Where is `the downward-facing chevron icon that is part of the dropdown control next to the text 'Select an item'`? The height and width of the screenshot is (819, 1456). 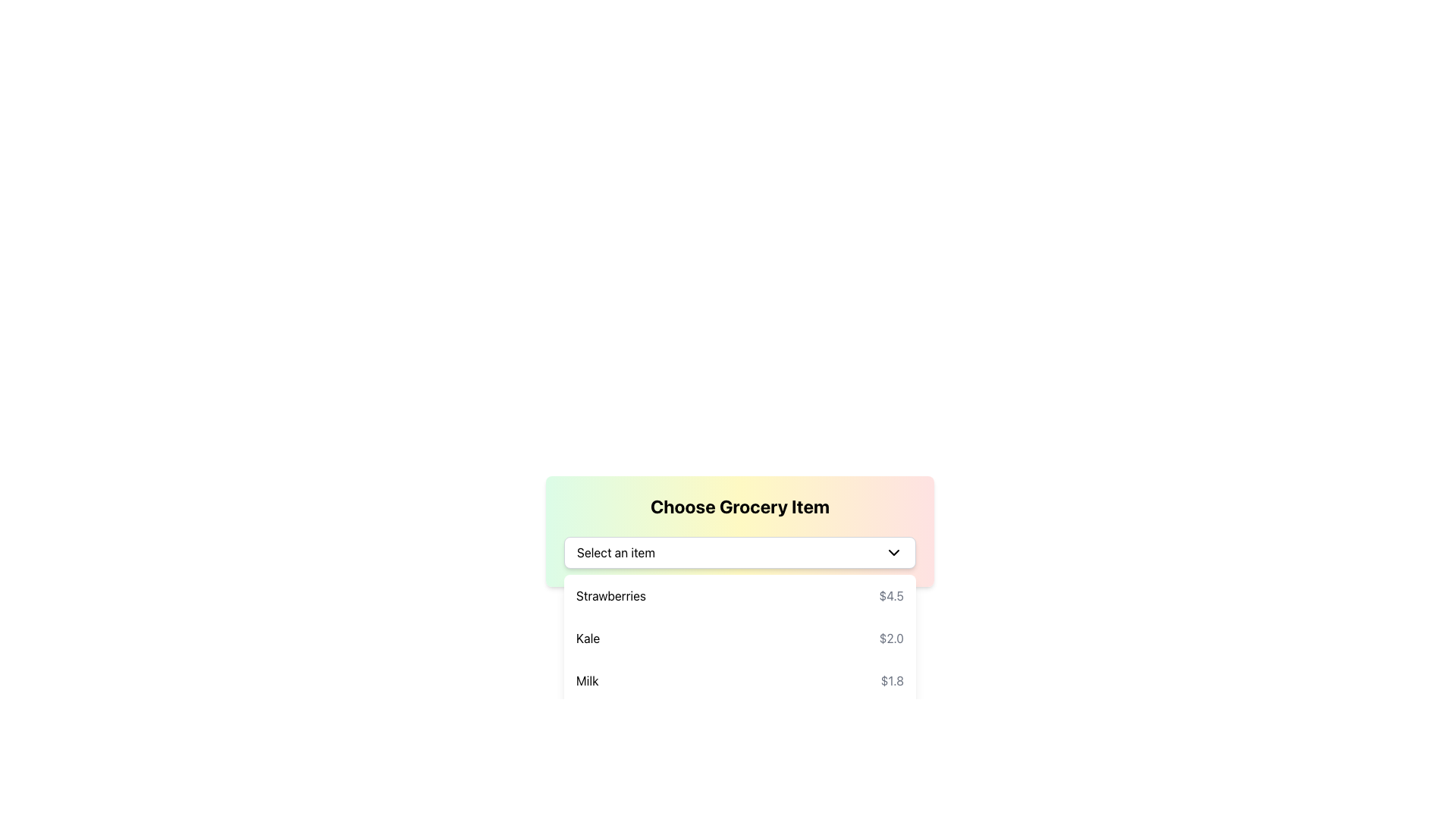 the downward-facing chevron icon that is part of the dropdown control next to the text 'Select an item' is located at coordinates (894, 553).